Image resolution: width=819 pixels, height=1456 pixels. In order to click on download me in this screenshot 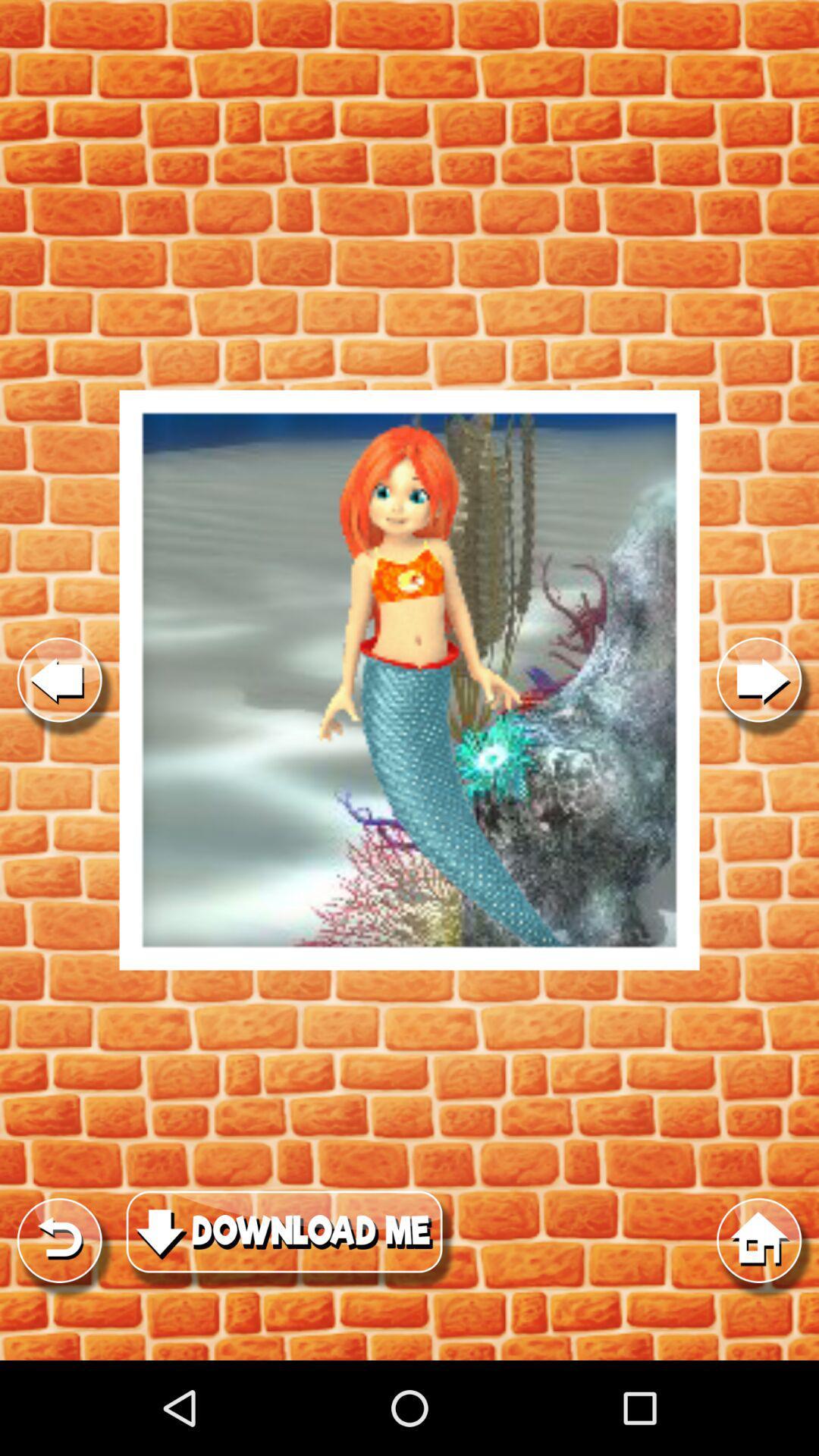, I will do `click(409, 679)`.